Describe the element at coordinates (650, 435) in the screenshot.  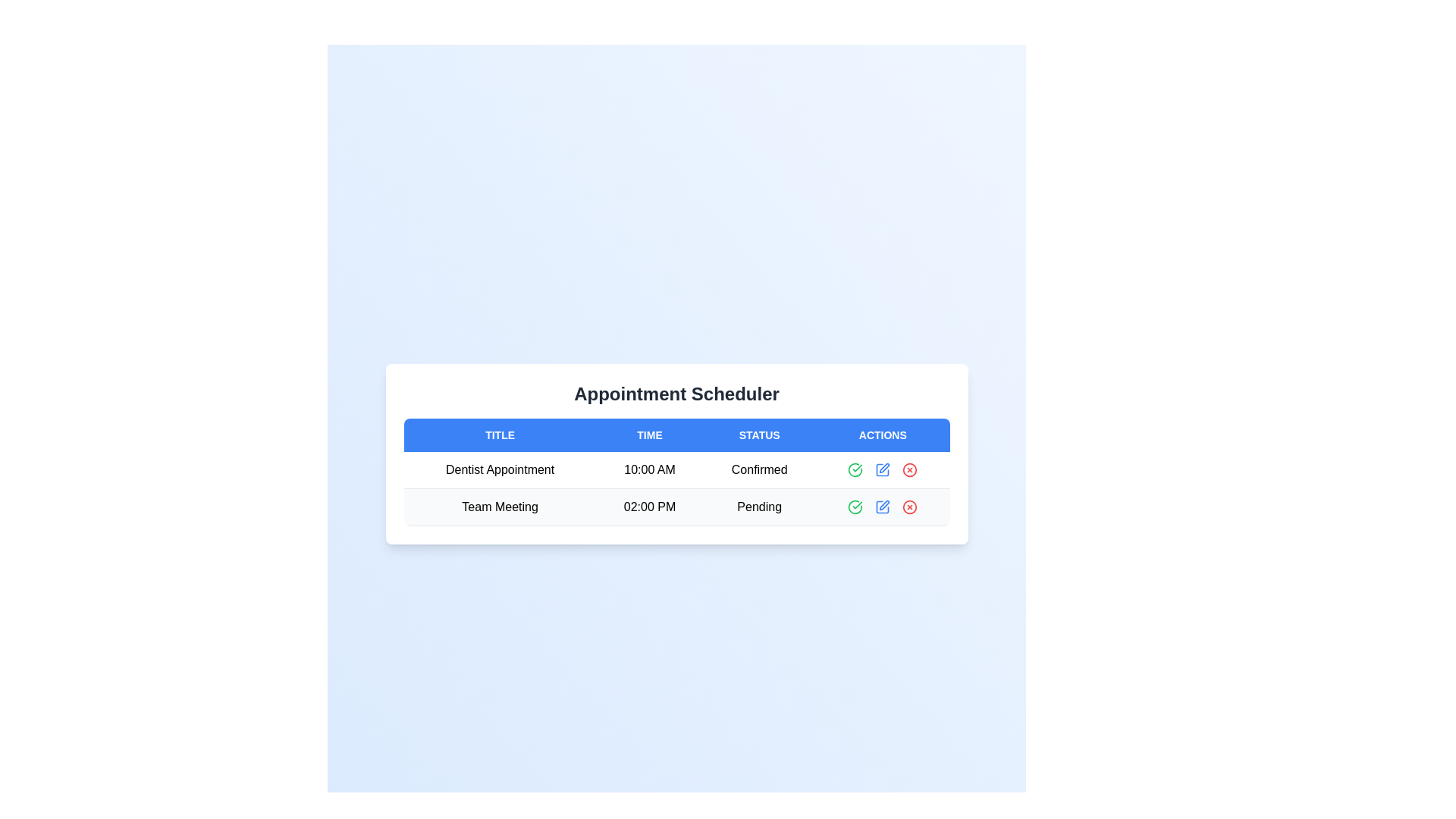
I see `the 'TIME' column header which displays the word 'TIME' in white text on a blue background, located between the 'TITLE' and 'STATUS' columns in the header row` at that location.